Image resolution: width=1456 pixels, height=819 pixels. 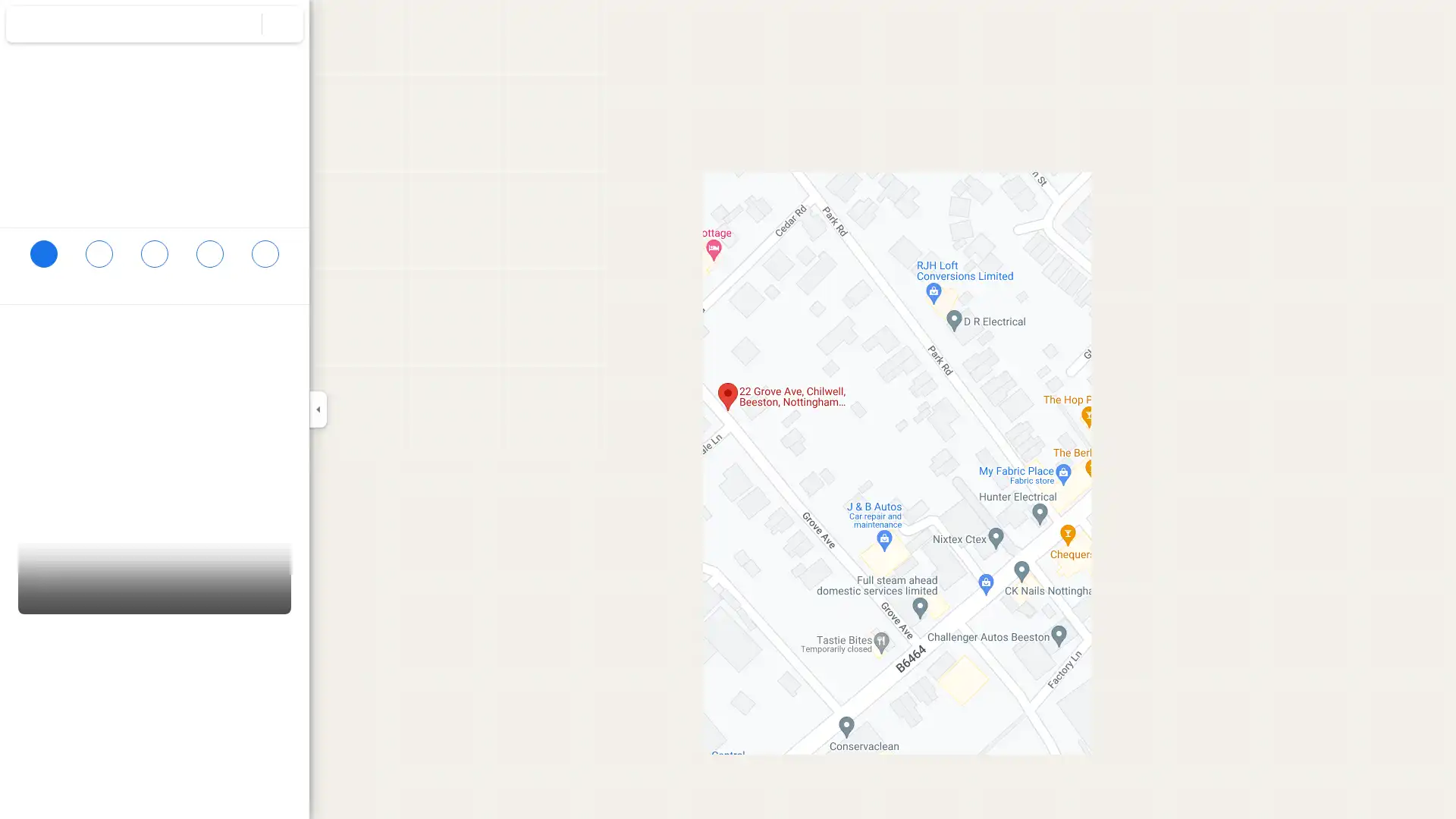 What do you see at coordinates (155, 568) in the screenshot?
I see `Street View` at bounding box center [155, 568].